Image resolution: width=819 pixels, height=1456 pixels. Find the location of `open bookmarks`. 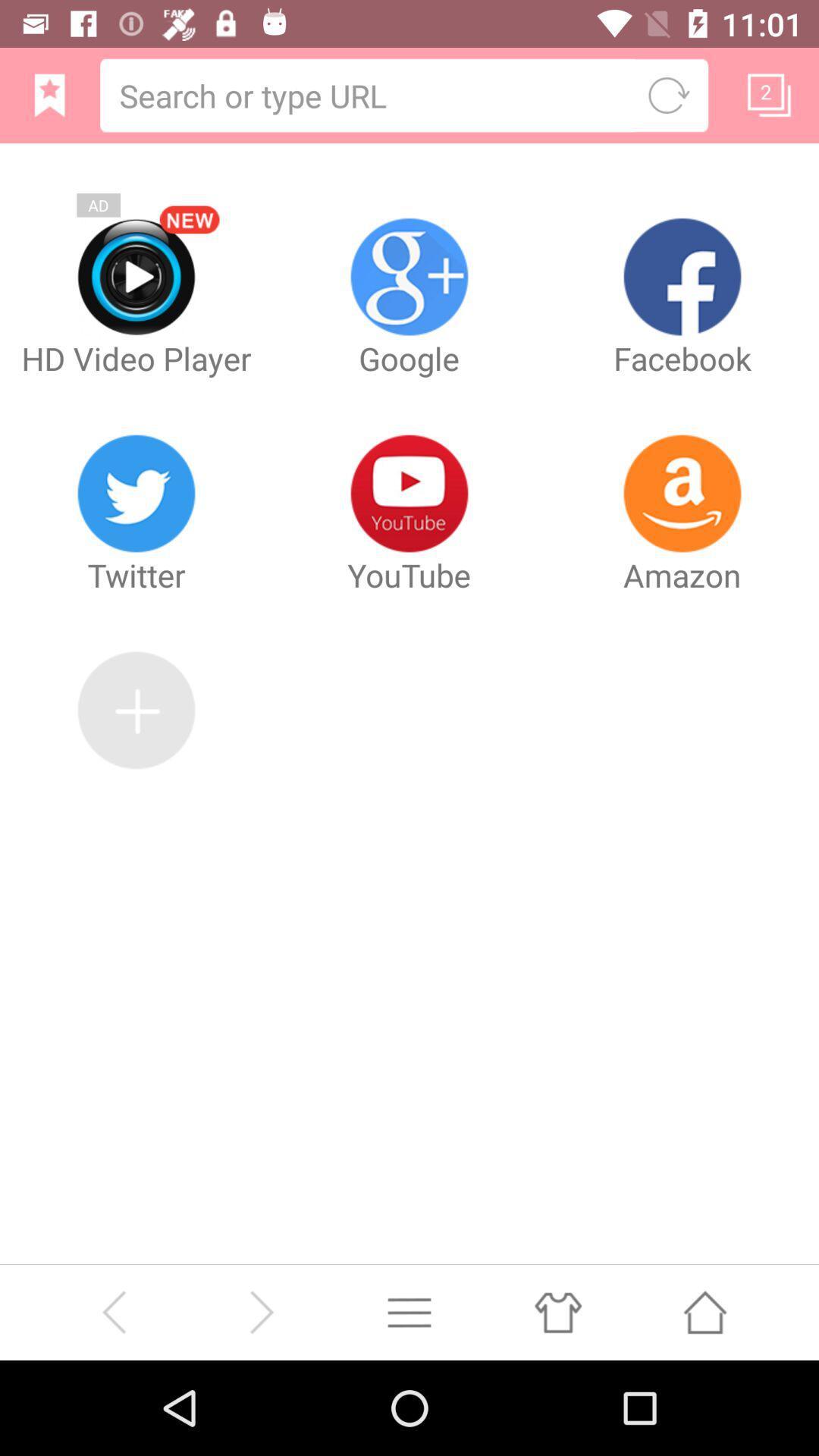

open bookmarks is located at coordinates (49, 94).